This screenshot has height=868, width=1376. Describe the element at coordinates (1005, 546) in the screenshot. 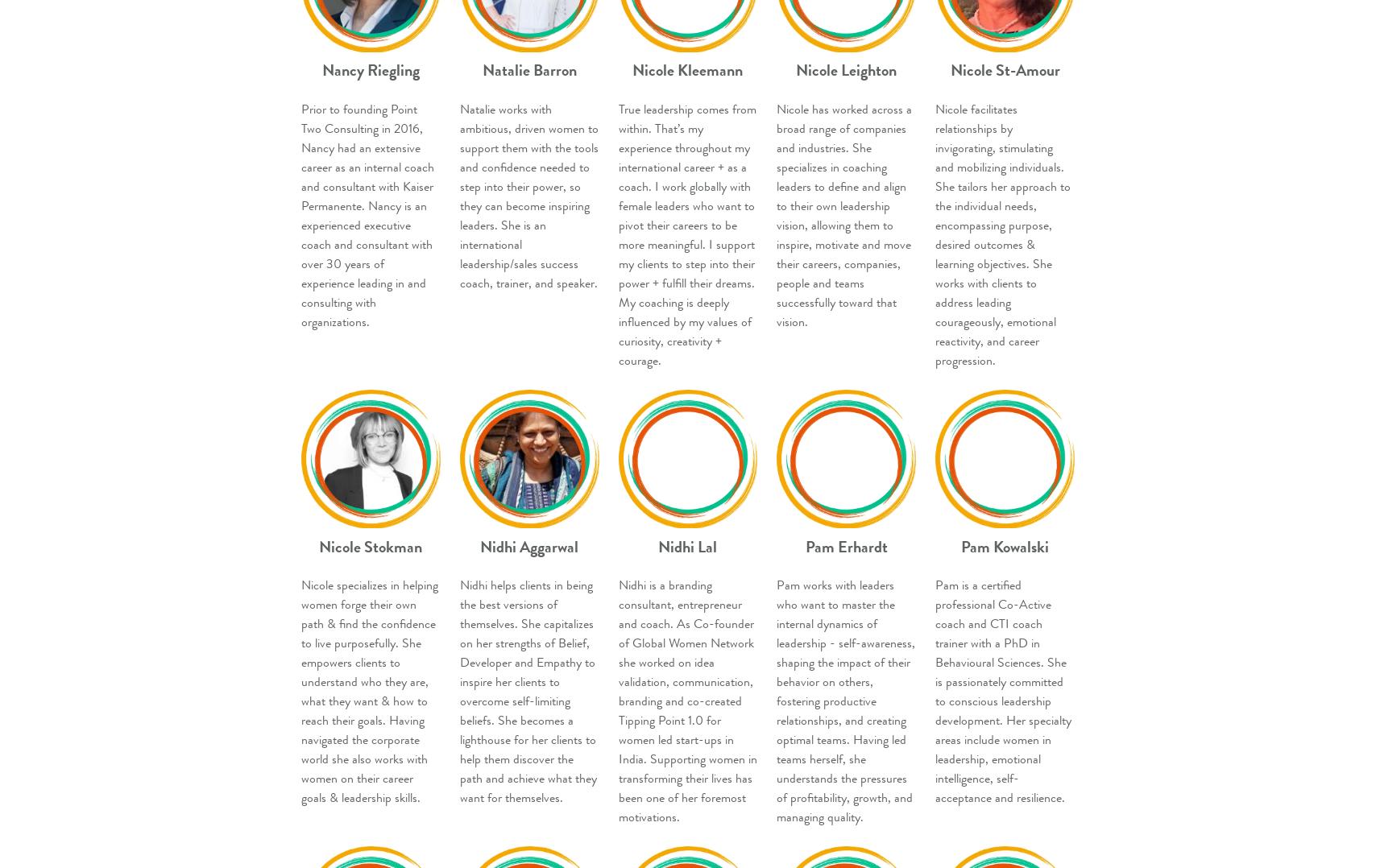

I see `'Pam Kowalski'` at that location.